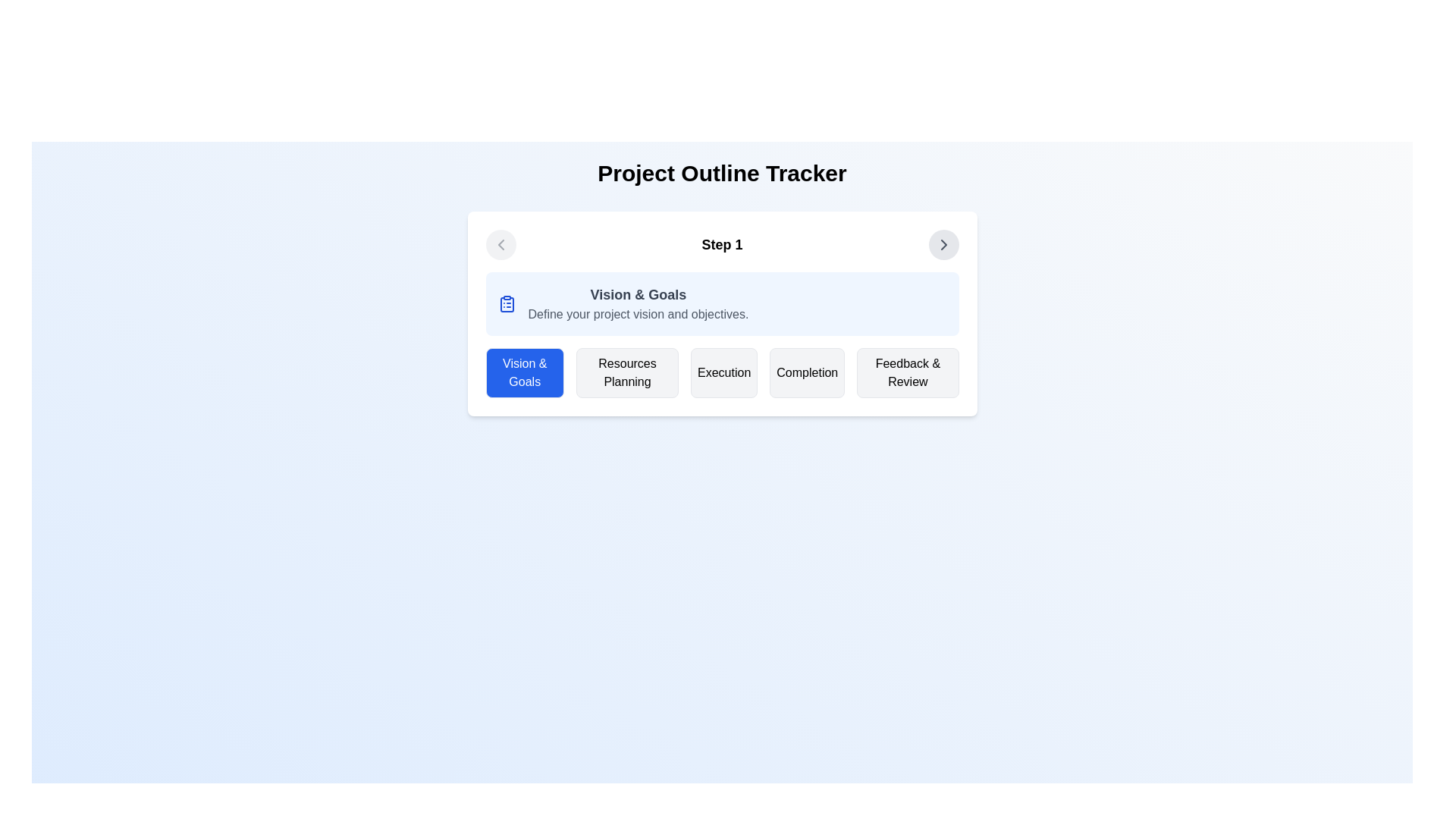 This screenshot has width=1456, height=819. I want to click on the header text label 'Project Outline Tracker', which is centrally located at the top of the section, so click(721, 172).